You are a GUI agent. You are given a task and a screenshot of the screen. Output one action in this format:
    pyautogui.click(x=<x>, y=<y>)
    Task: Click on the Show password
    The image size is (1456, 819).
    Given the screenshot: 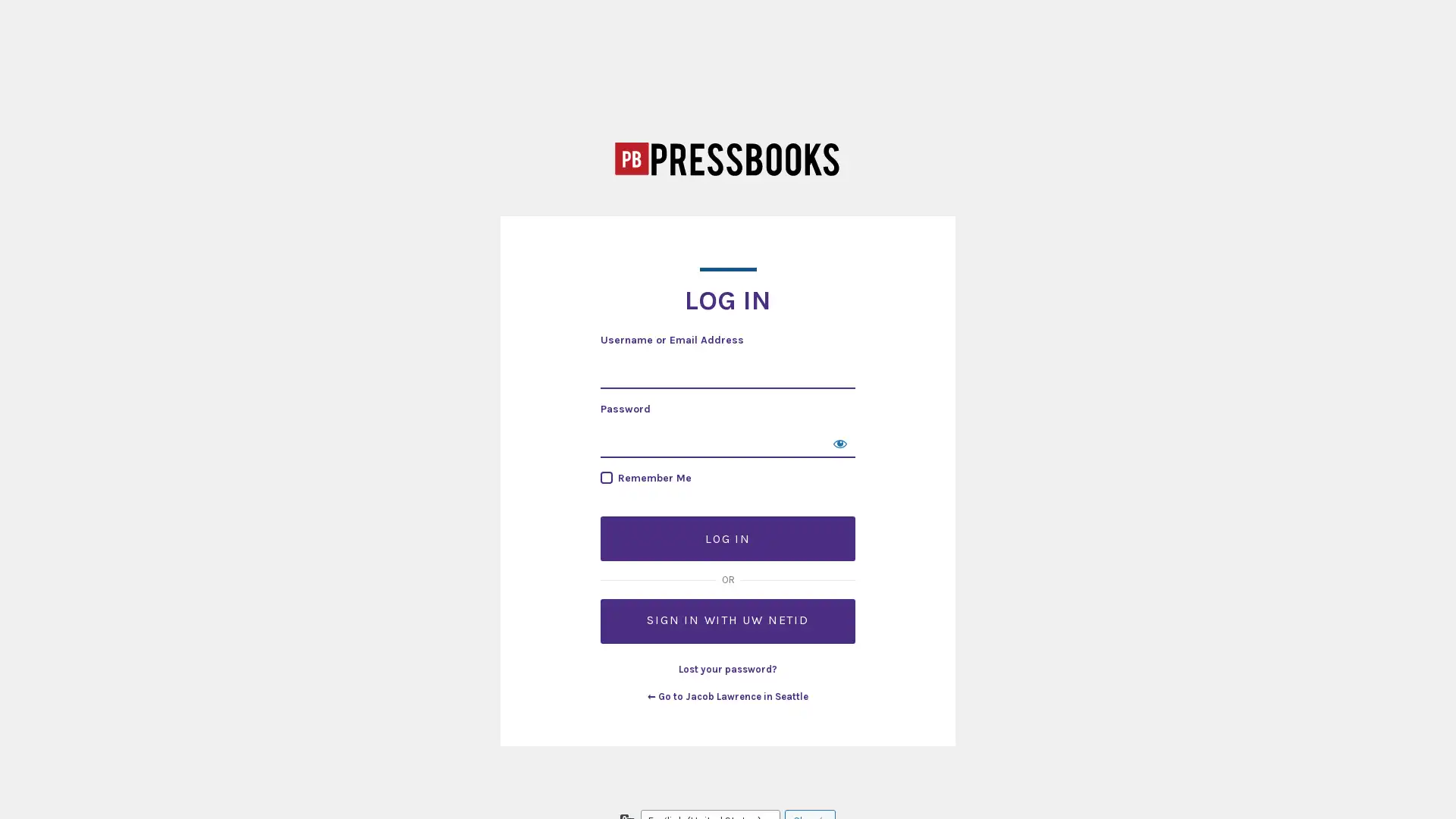 What is the action you would take?
    pyautogui.click(x=839, y=442)
    